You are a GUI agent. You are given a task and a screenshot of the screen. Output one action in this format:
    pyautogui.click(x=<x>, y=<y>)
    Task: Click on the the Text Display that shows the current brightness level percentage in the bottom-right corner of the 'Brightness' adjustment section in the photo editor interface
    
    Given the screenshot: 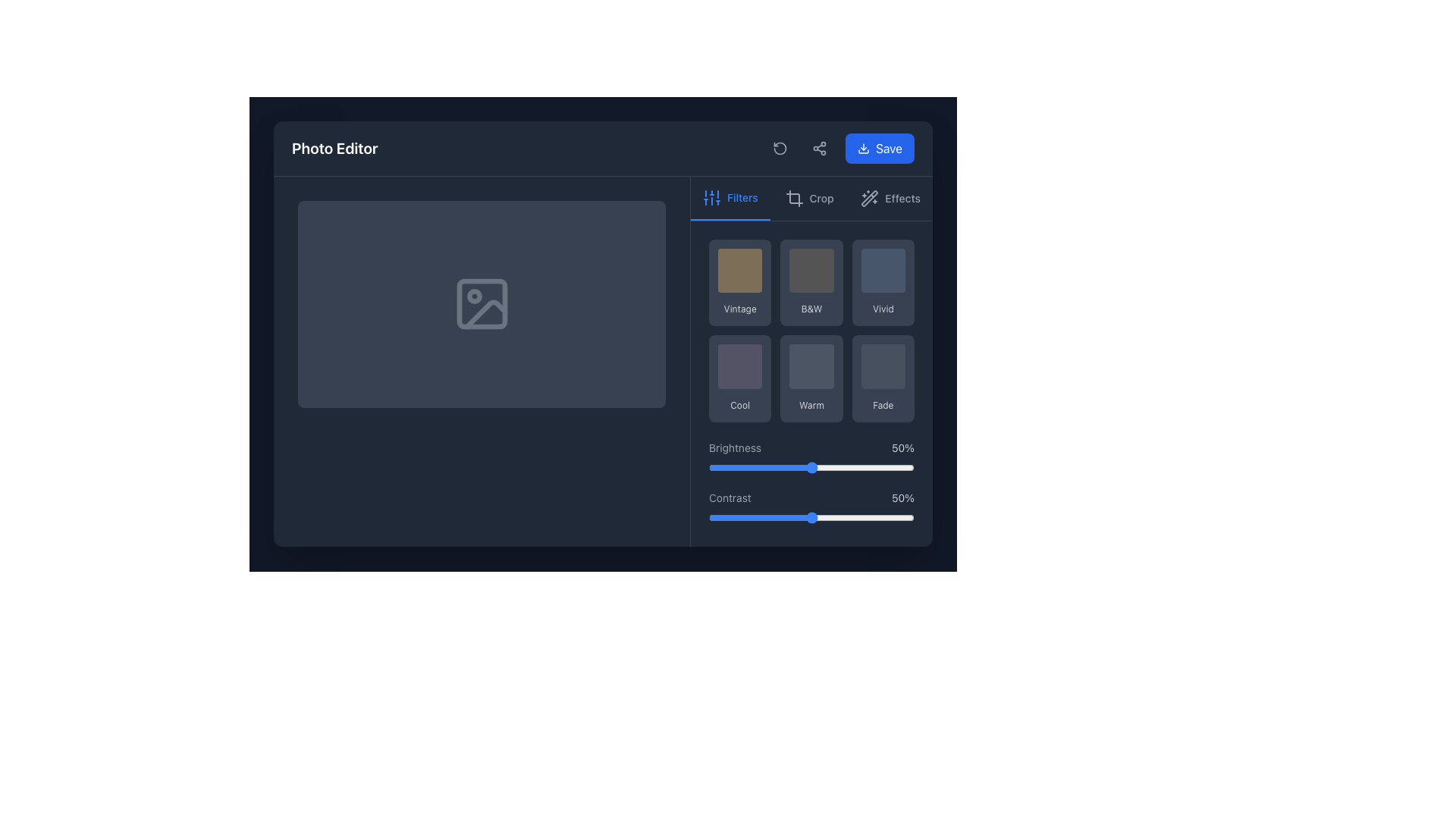 What is the action you would take?
    pyautogui.click(x=902, y=447)
    